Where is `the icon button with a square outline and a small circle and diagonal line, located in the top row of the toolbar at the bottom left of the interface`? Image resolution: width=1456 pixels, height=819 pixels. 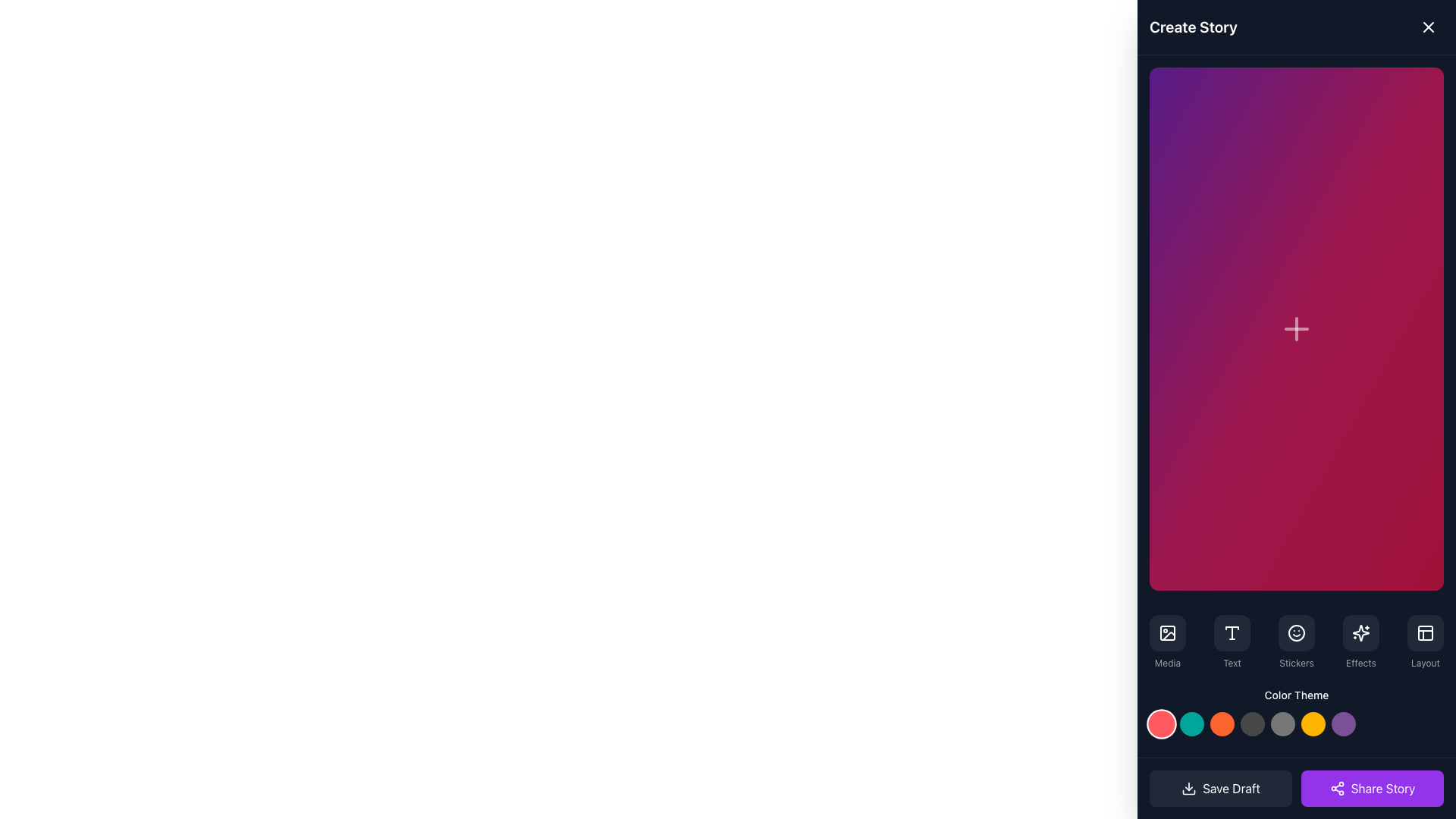
the icon button with a square outline and a small circle and diagonal line, located in the top row of the toolbar at the bottom left of the interface is located at coordinates (1167, 632).